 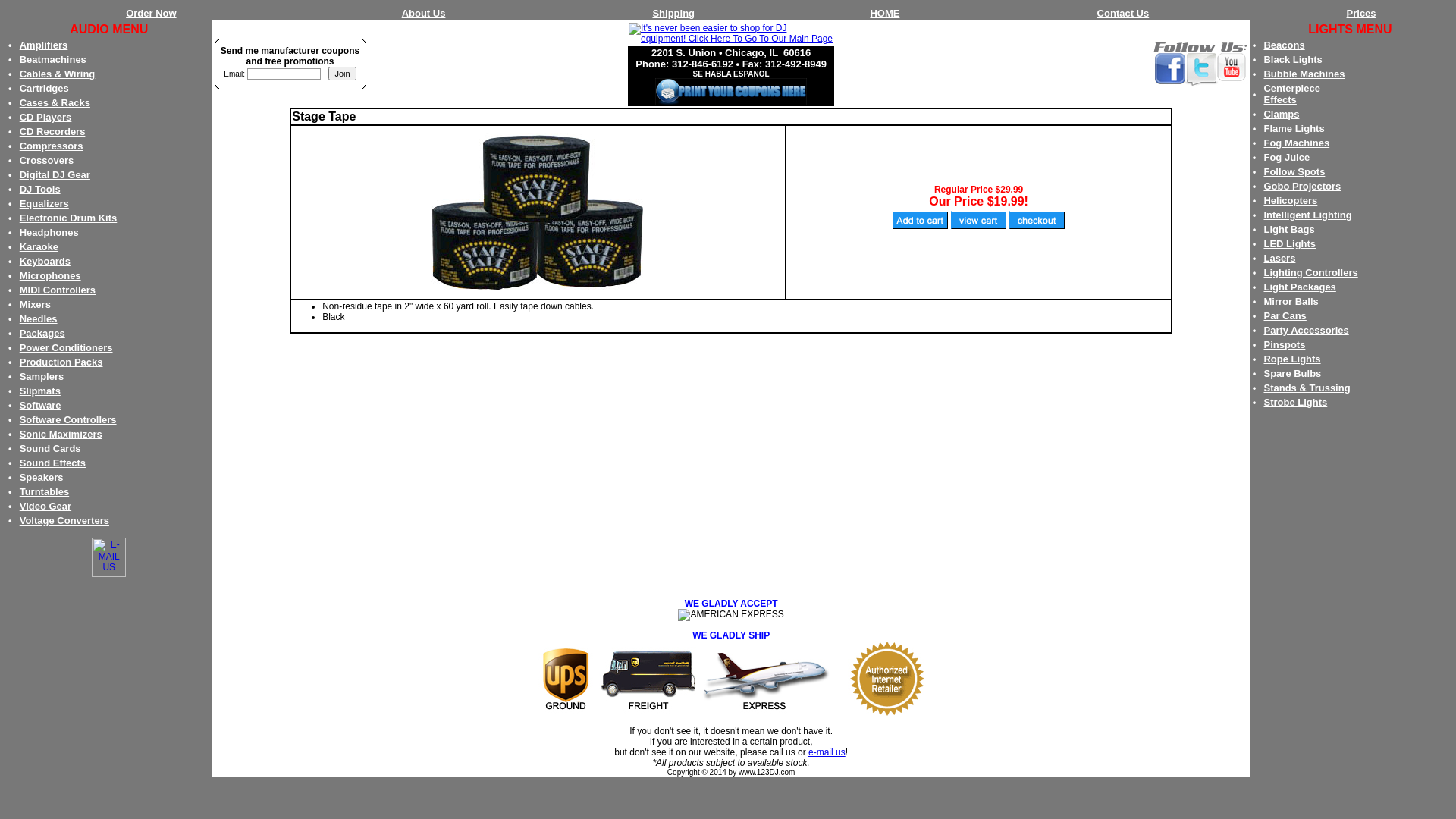 What do you see at coordinates (19, 116) in the screenshot?
I see `'CD Players'` at bounding box center [19, 116].